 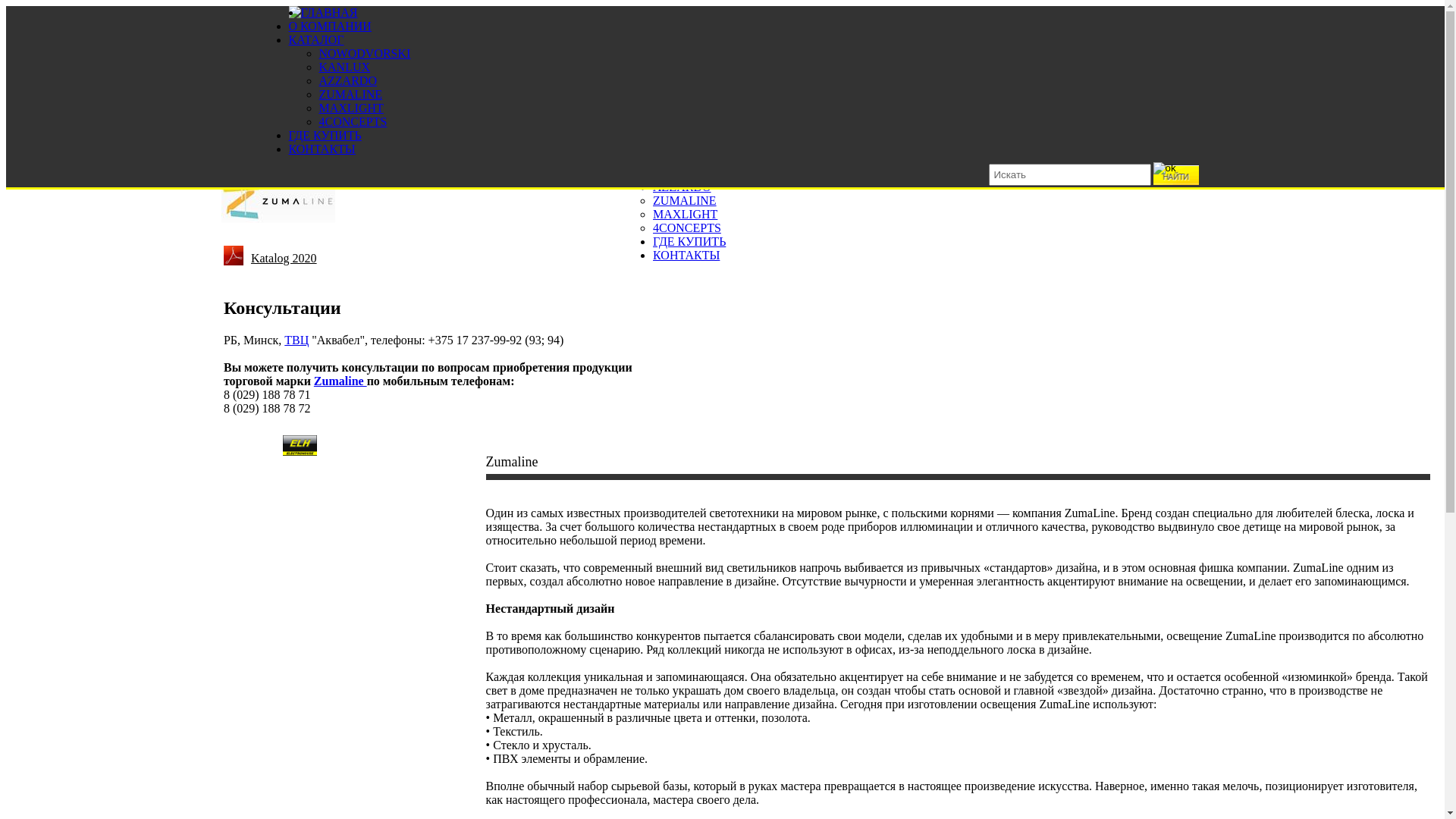 What do you see at coordinates (686, 227) in the screenshot?
I see `'4CONCEPTS'` at bounding box center [686, 227].